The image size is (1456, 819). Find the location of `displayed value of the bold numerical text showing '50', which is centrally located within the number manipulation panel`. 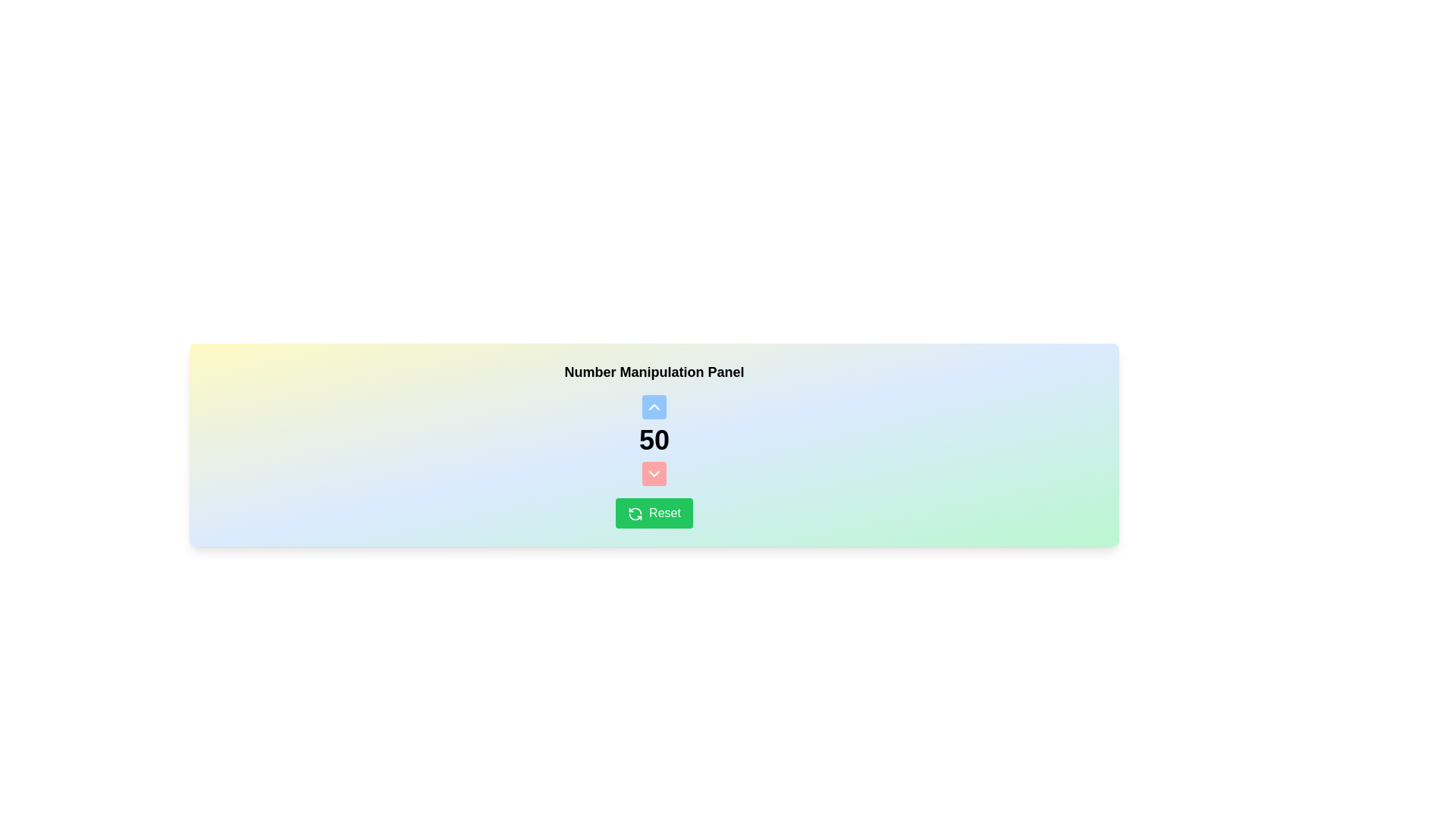

displayed value of the bold numerical text showing '50', which is centrally located within the number manipulation panel is located at coordinates (654, 441).